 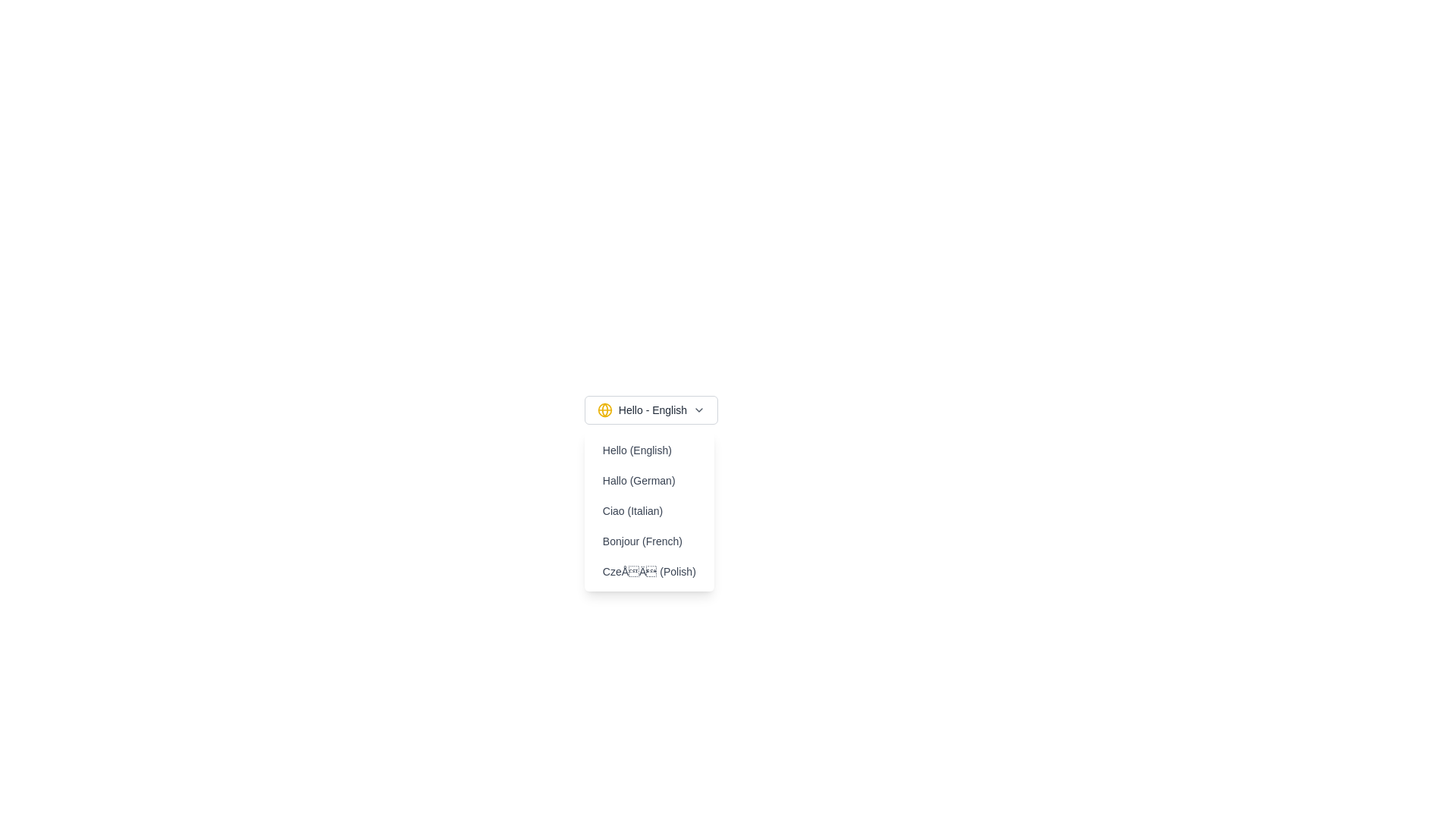 What do you see at coordinates (649, 511) in the screenshot?
I see `the dropdown menu item displaying 'Ciao (Italian)'` at bounding box center [649, 511].